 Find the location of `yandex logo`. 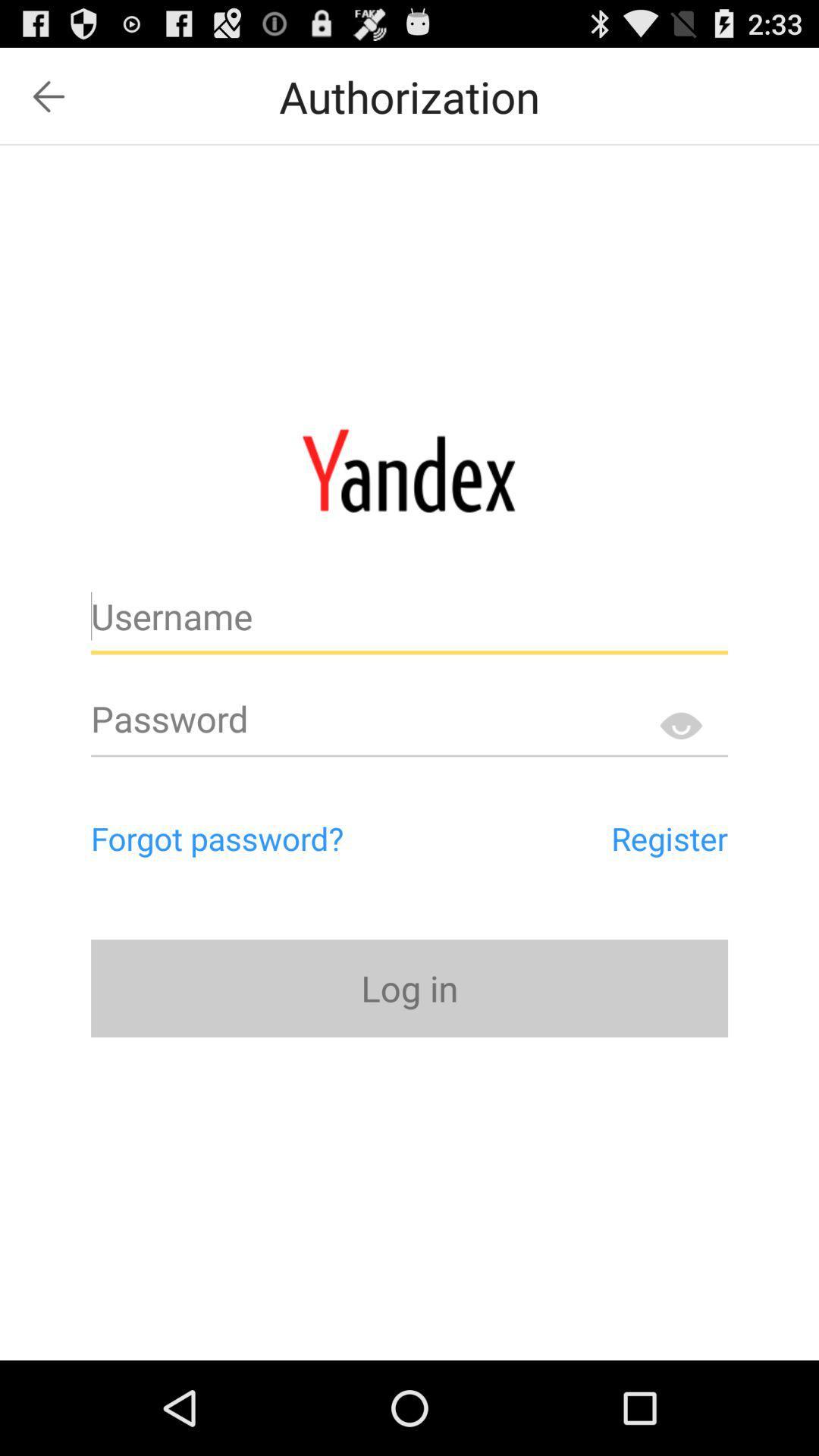

yandex logo is located at coordinates (408, 469).